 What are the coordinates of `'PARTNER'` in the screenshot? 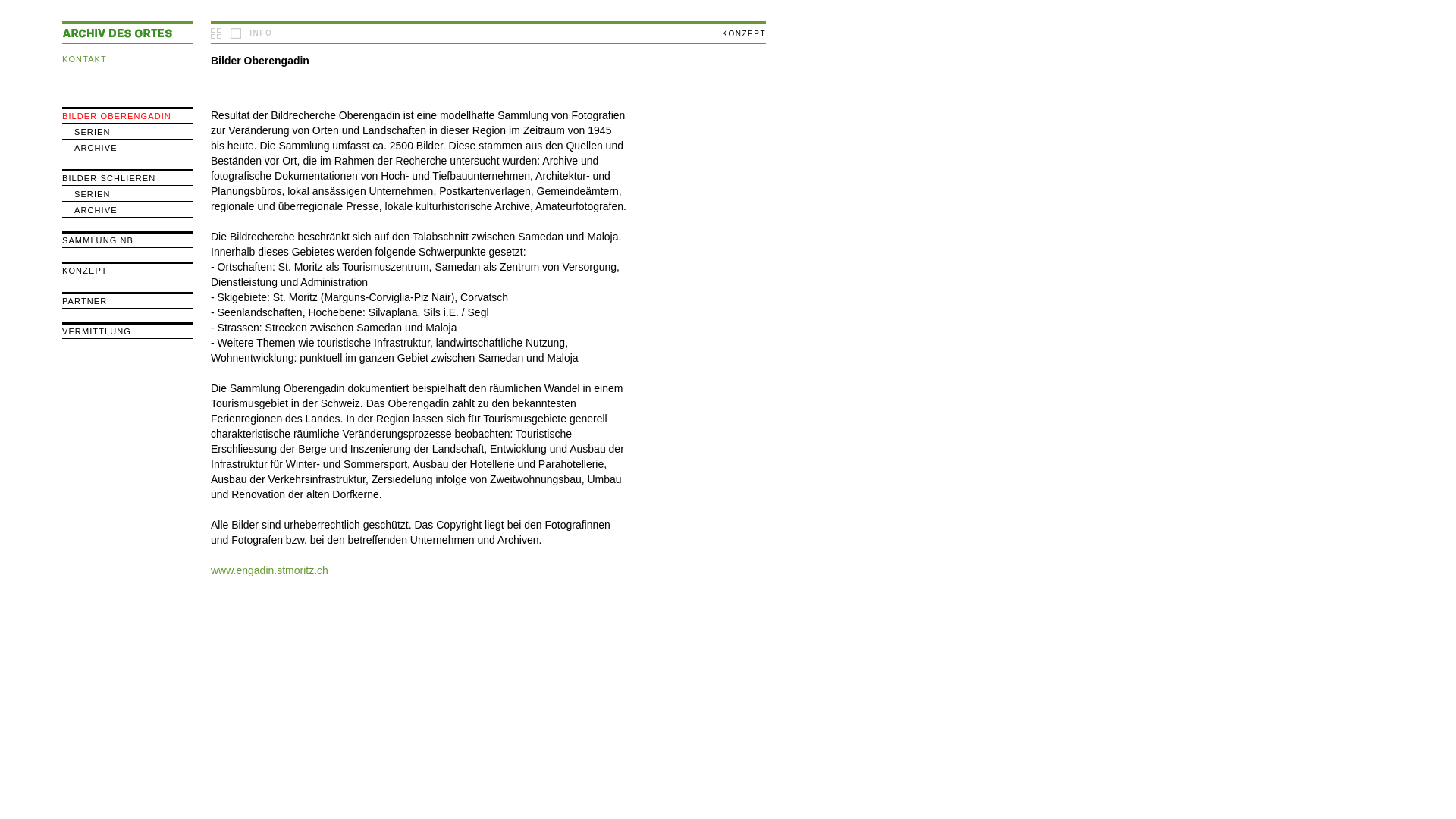 It's located at (83, 301).